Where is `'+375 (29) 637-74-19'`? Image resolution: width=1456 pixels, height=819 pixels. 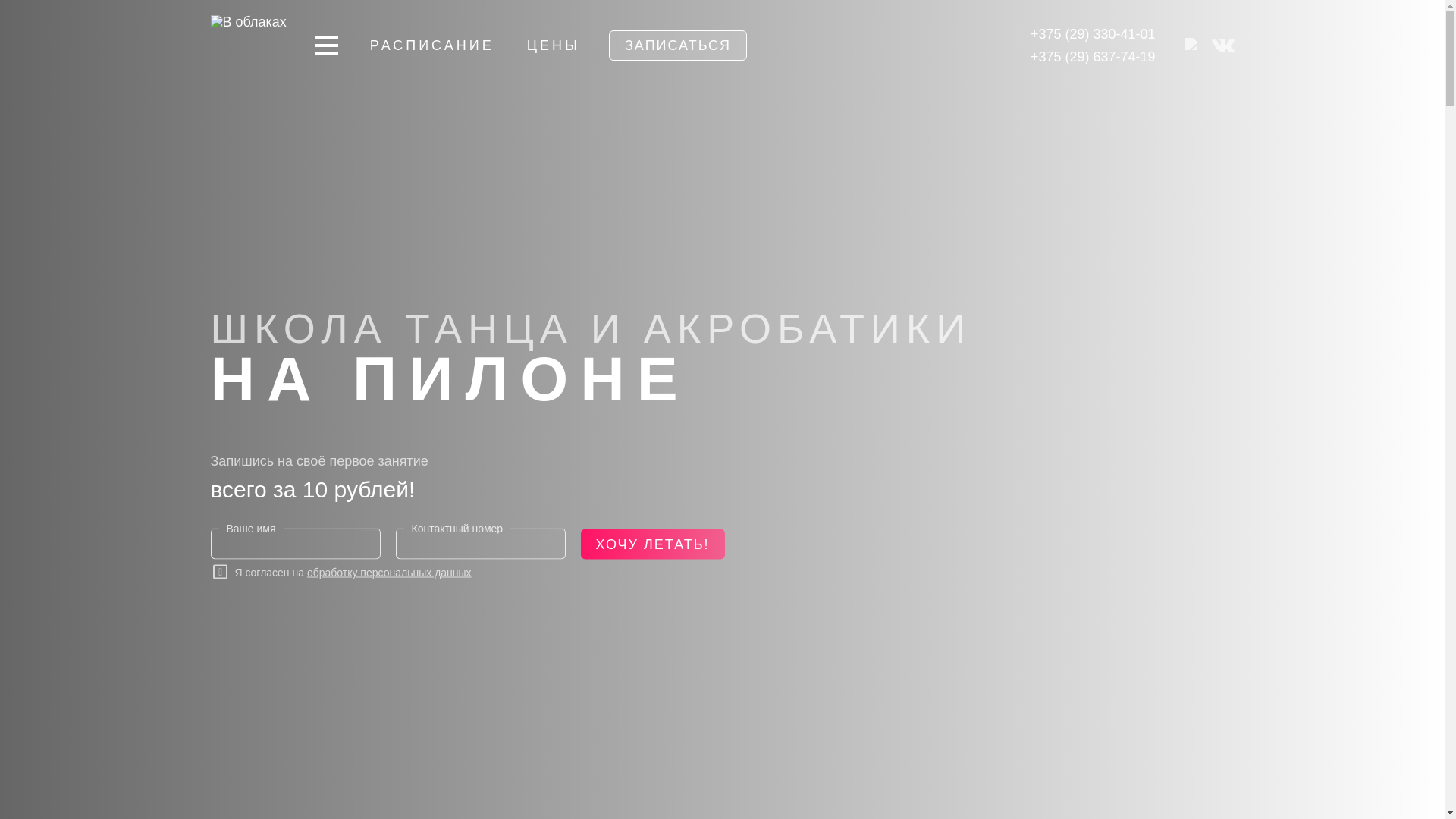 '+375 (29) 637-74-19' is located at coordinates (1093, 55).